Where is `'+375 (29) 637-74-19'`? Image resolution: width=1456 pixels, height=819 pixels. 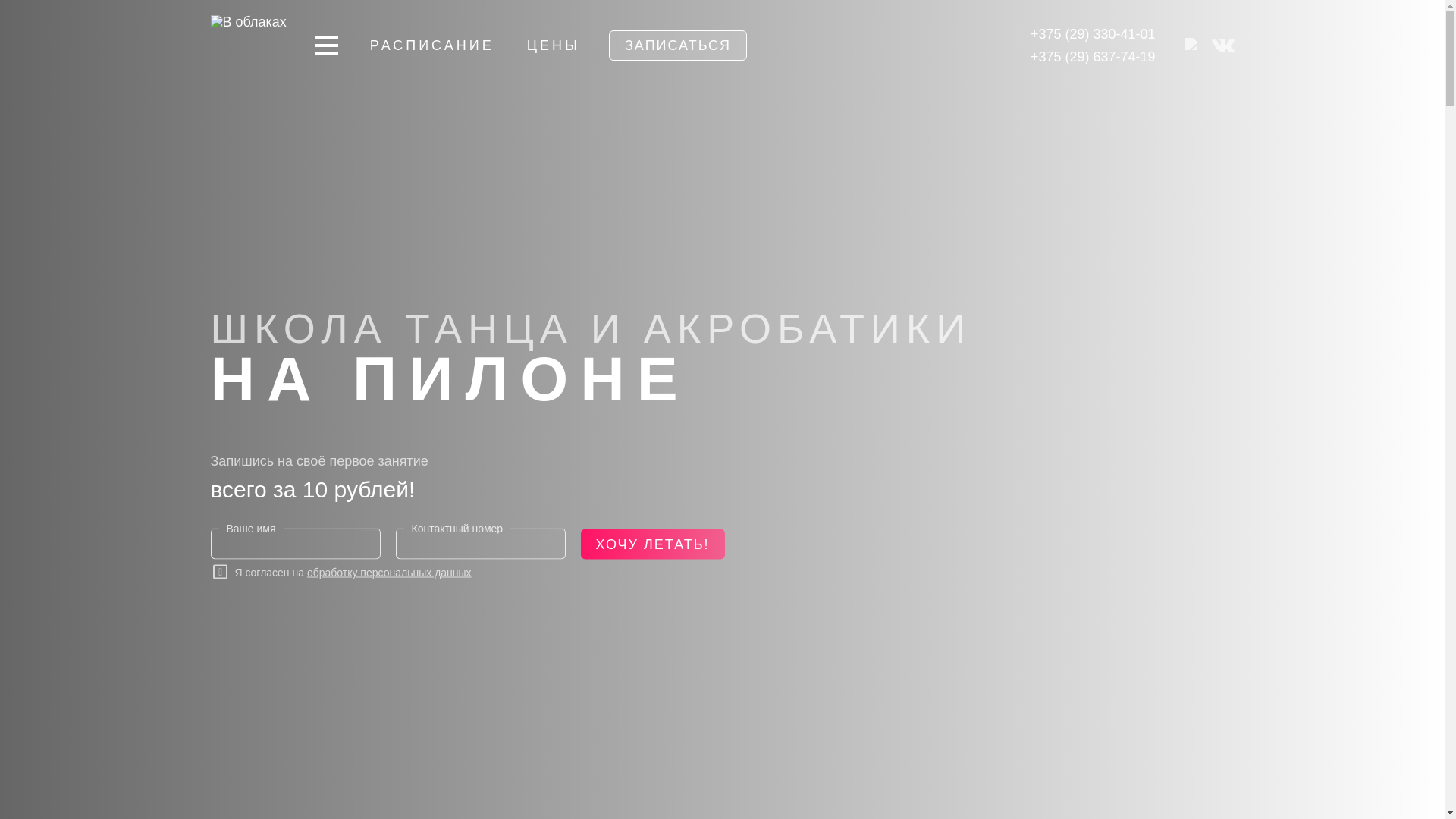 '+375 (29) 637-74-19' is located at coordinates (1093, 55).